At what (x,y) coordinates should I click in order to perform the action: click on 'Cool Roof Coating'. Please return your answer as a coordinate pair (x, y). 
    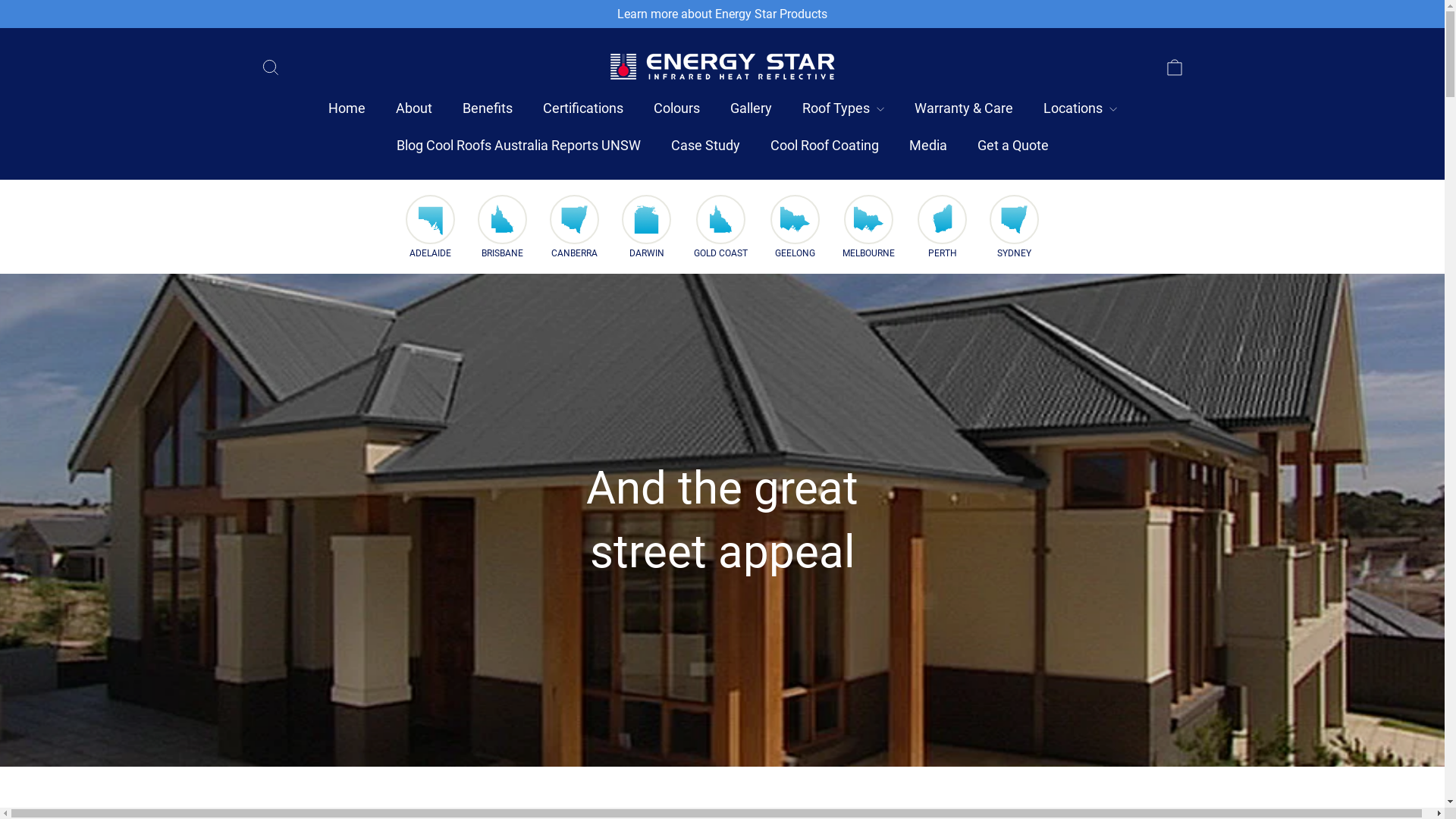
    Looking at the image, I should click on (824, 146).